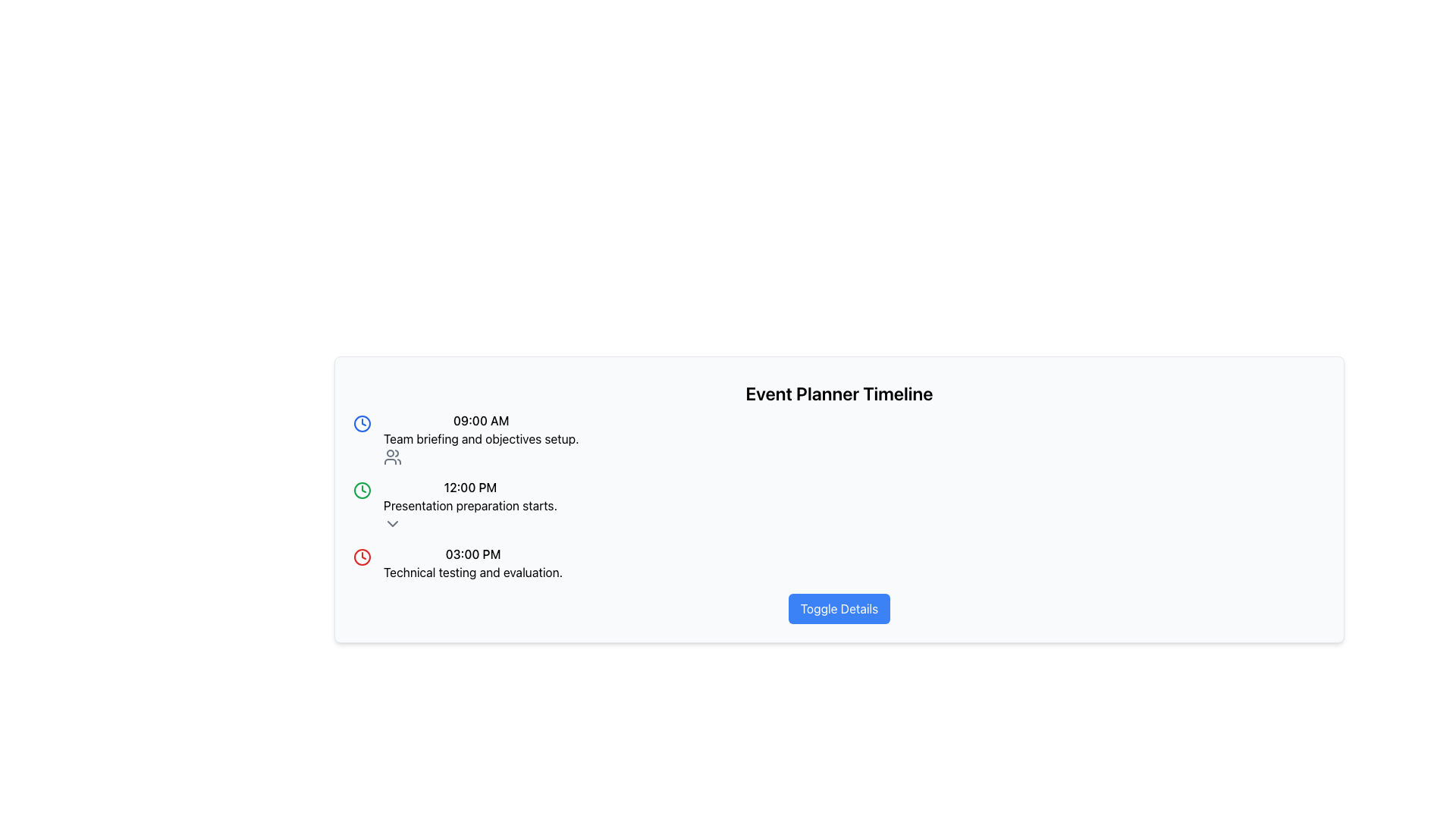 This screenshot has height=819, width=1456. Describe the element at coordinates (480, 421) in the screenshot. I see `time value '09:00 AM' from the Text Label indicating the first time value in the schedule or timeline structure` at that location.